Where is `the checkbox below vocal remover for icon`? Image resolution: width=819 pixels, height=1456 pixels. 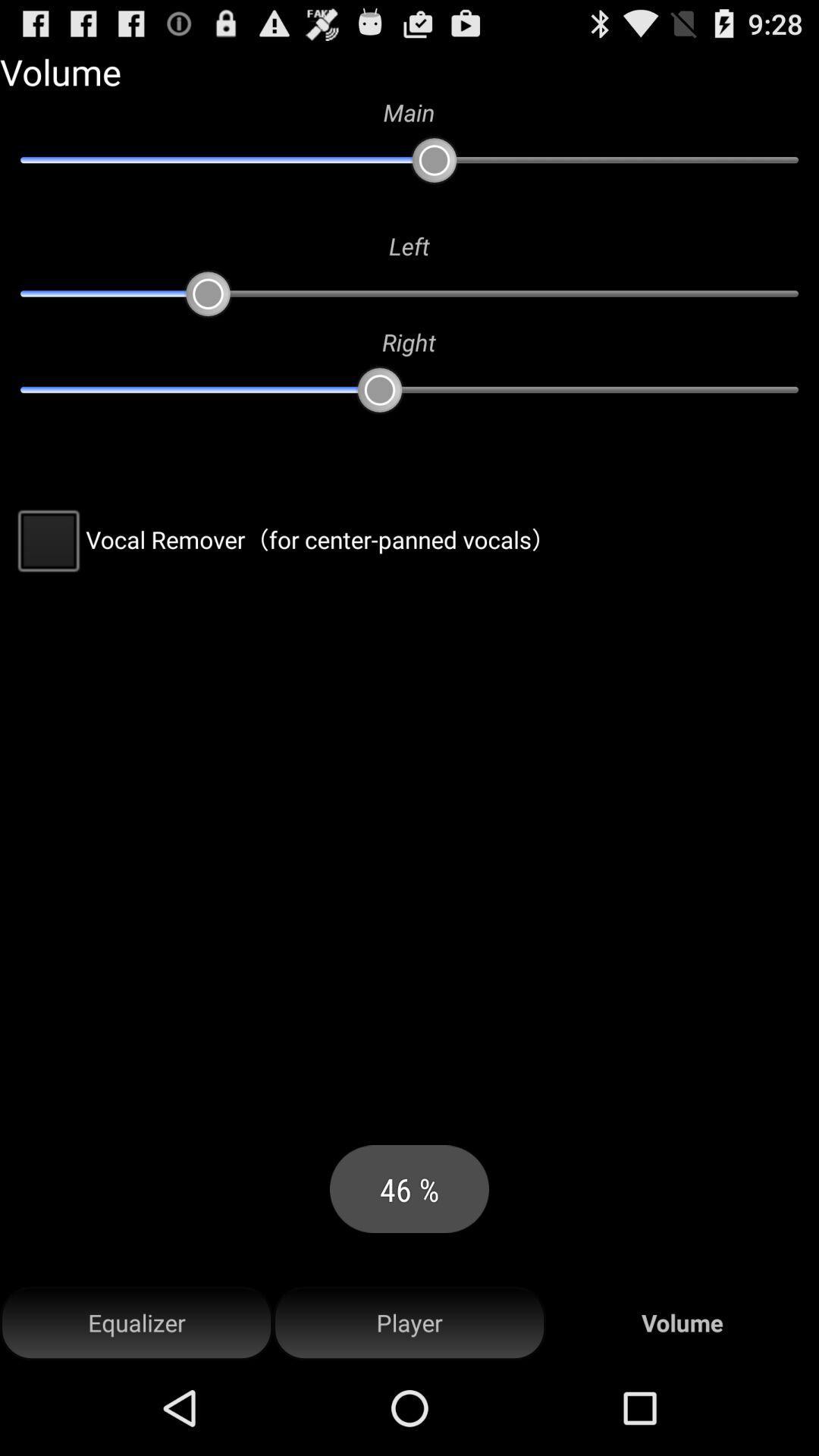 the checkbox below vocal remover for icon is located at coordinates (136, 1323).